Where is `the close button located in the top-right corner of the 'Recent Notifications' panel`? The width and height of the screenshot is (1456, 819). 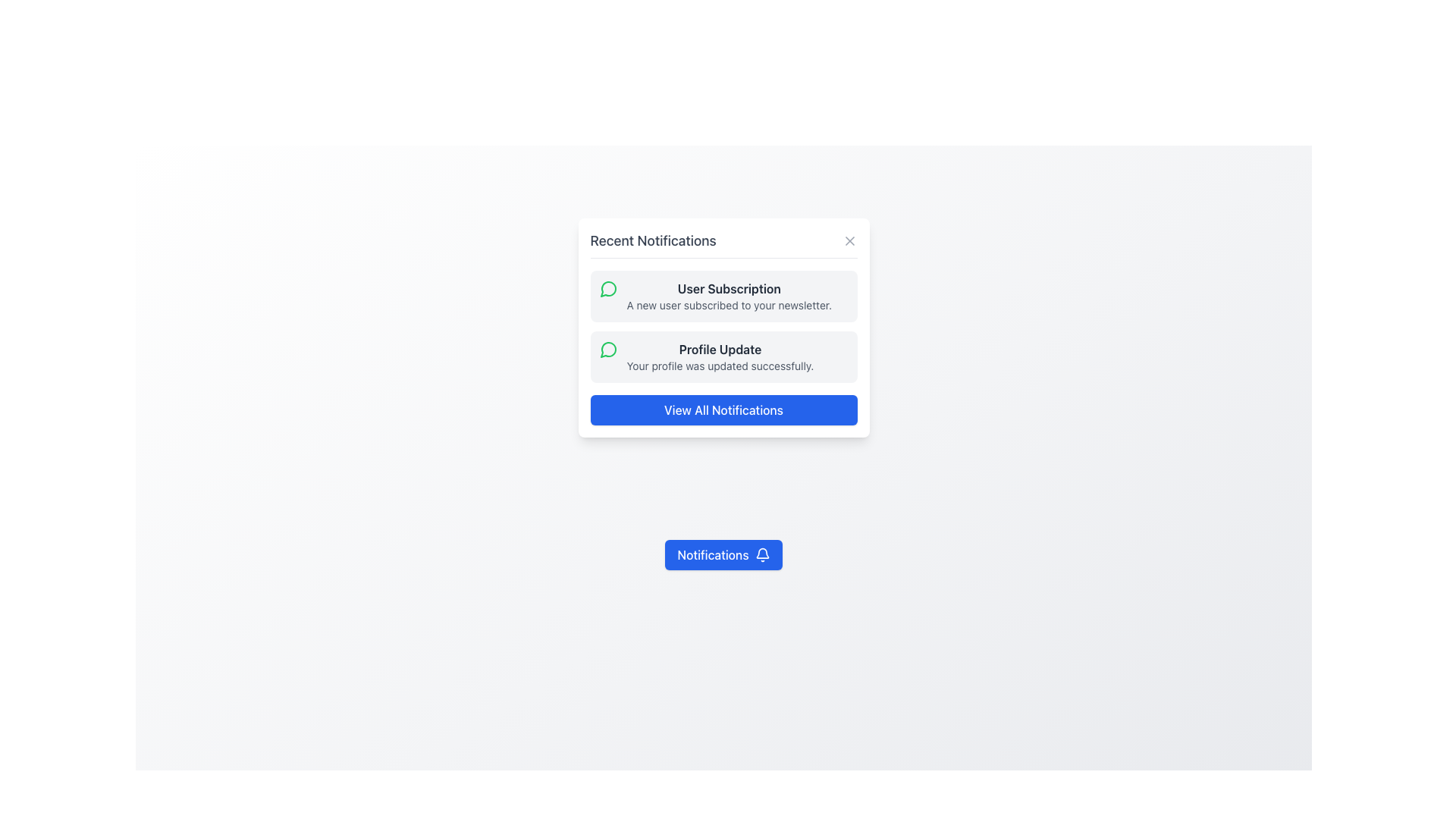 the close button located in the top-right corner of the 'Recent Notifications' panel is located at coordinates (849, 240).